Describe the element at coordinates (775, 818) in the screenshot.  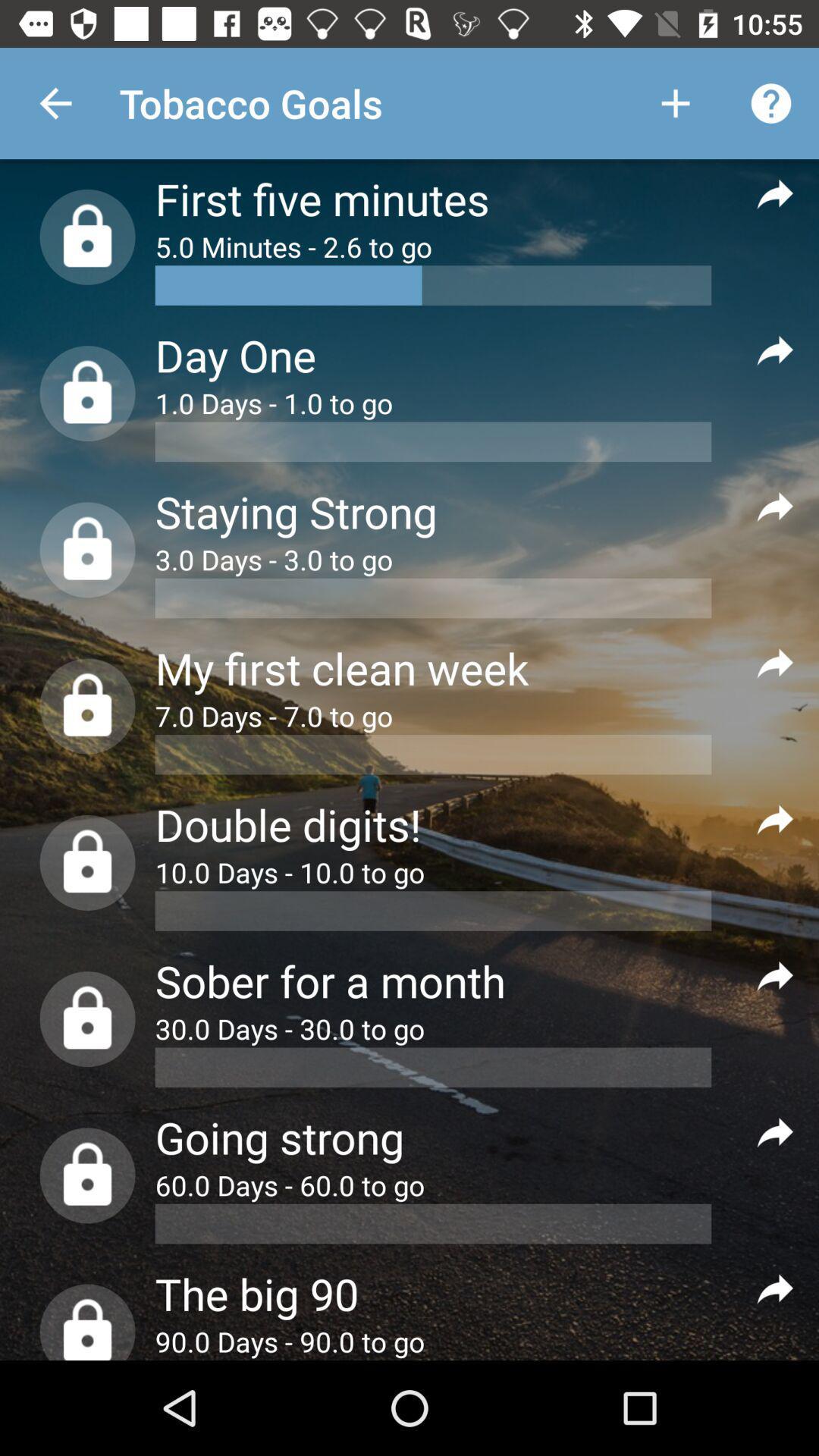
I see `share files` at that location.